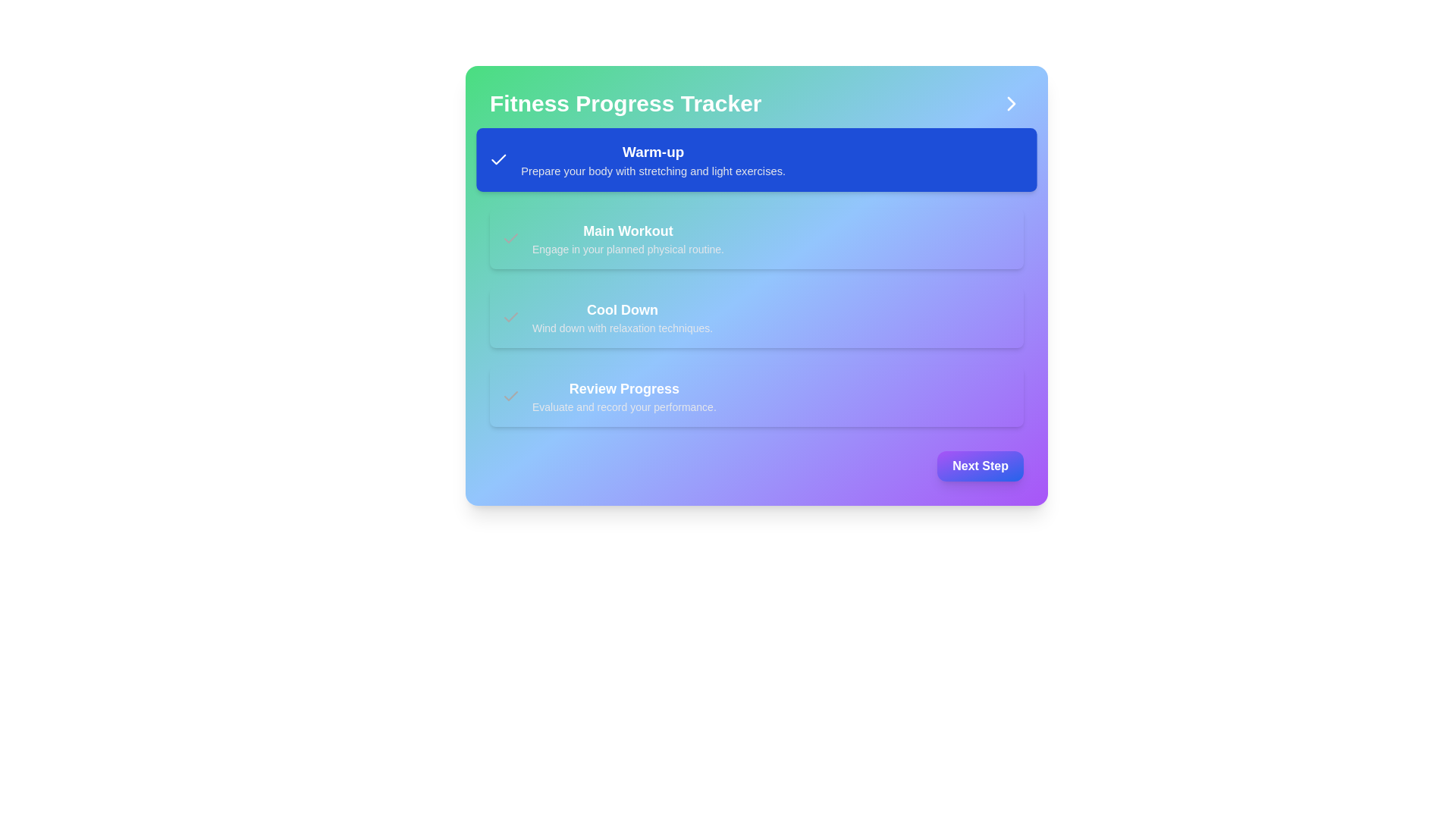 The image size is (1456, 819). I want to click on the right-pointing chevron arrow icon button in the top-right corner of the 'Fitness Progress Tracker' content area, so click(1012, 103).